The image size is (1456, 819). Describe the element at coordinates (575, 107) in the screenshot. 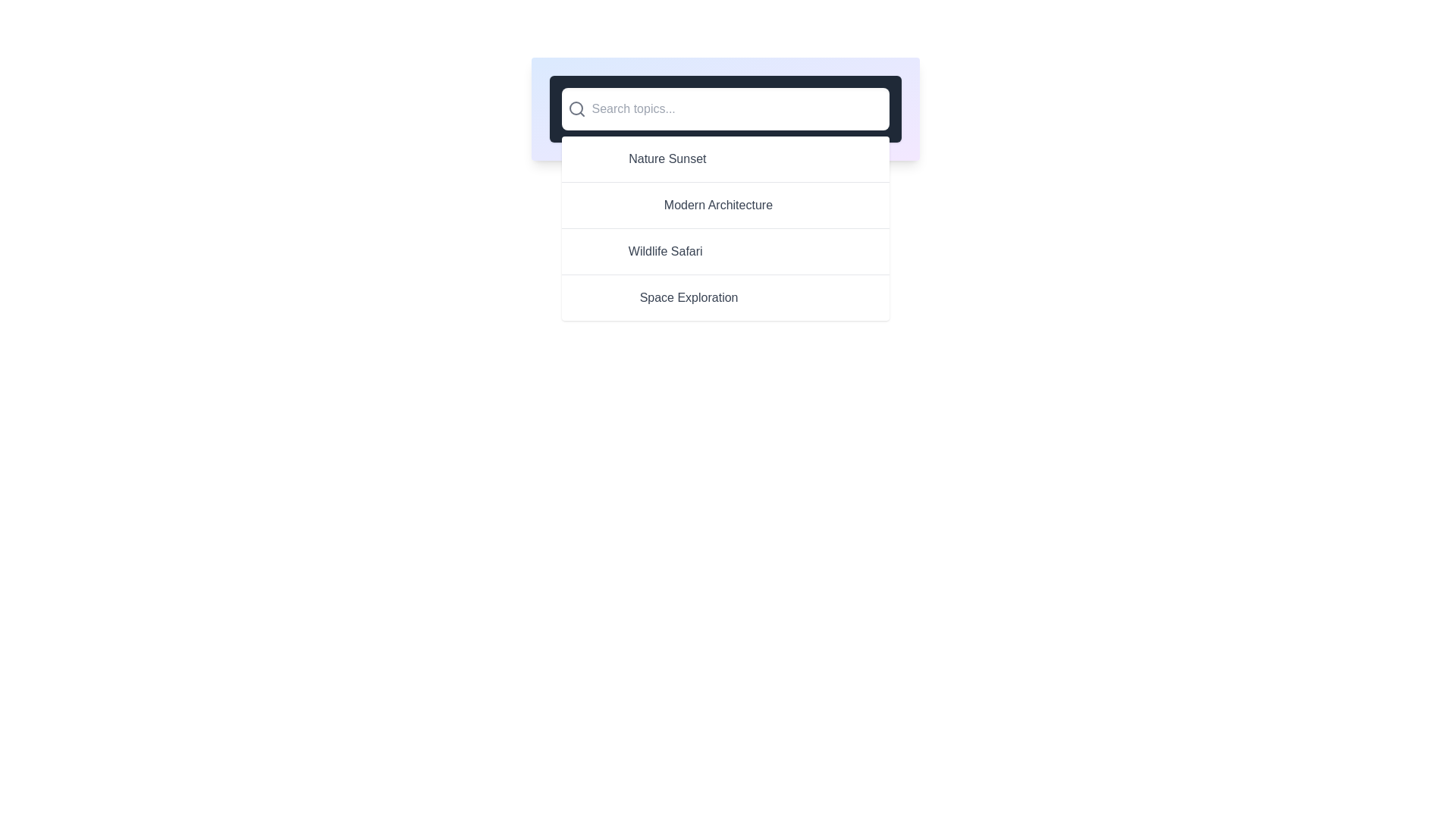

I see `the circular SVG icon that serves as the lens of the magnifying-glass design located in the leftmost part of the search bar at the top-center of the interface` at that location.